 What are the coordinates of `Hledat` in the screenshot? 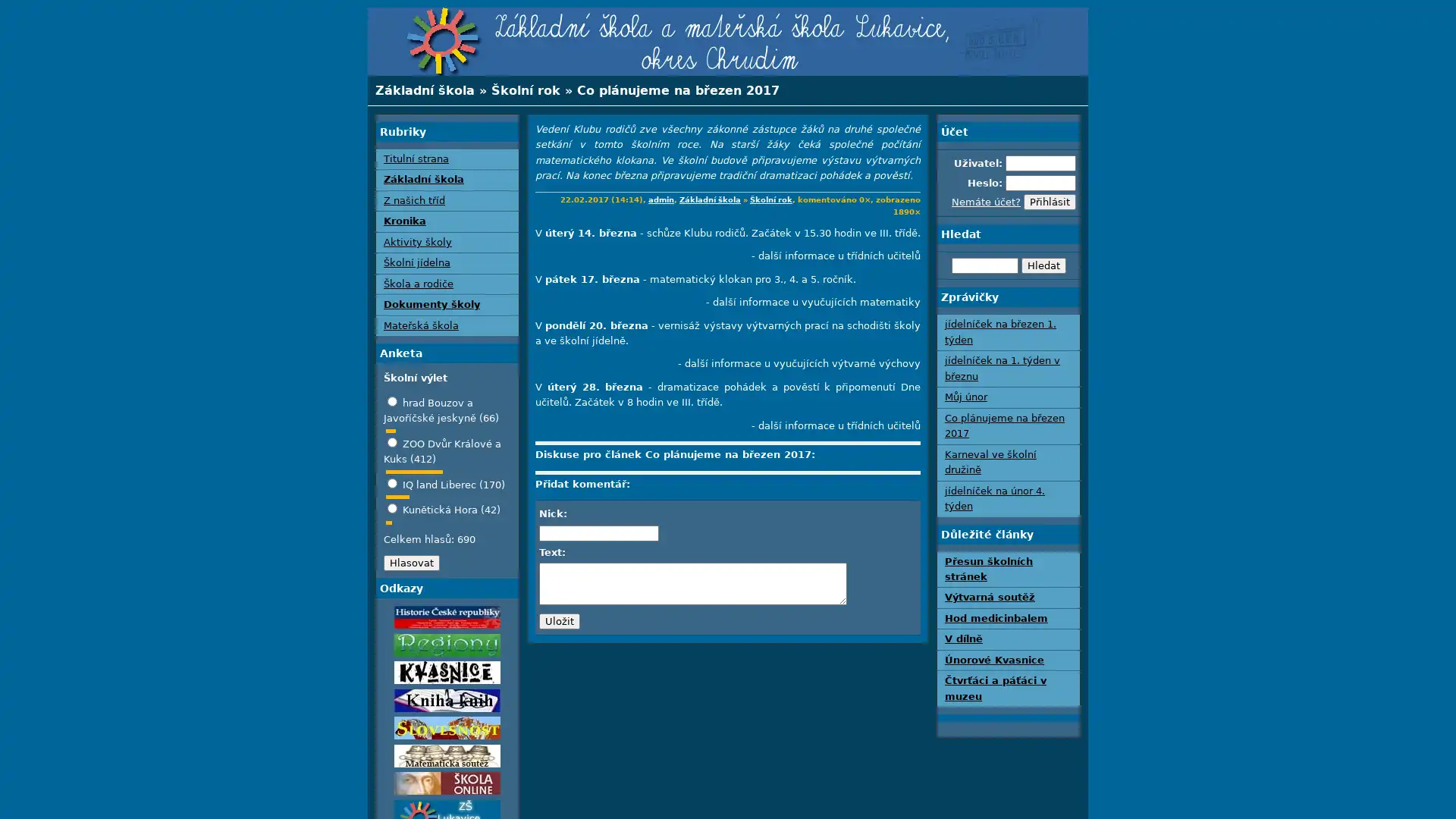 It's located at (1042, 264).